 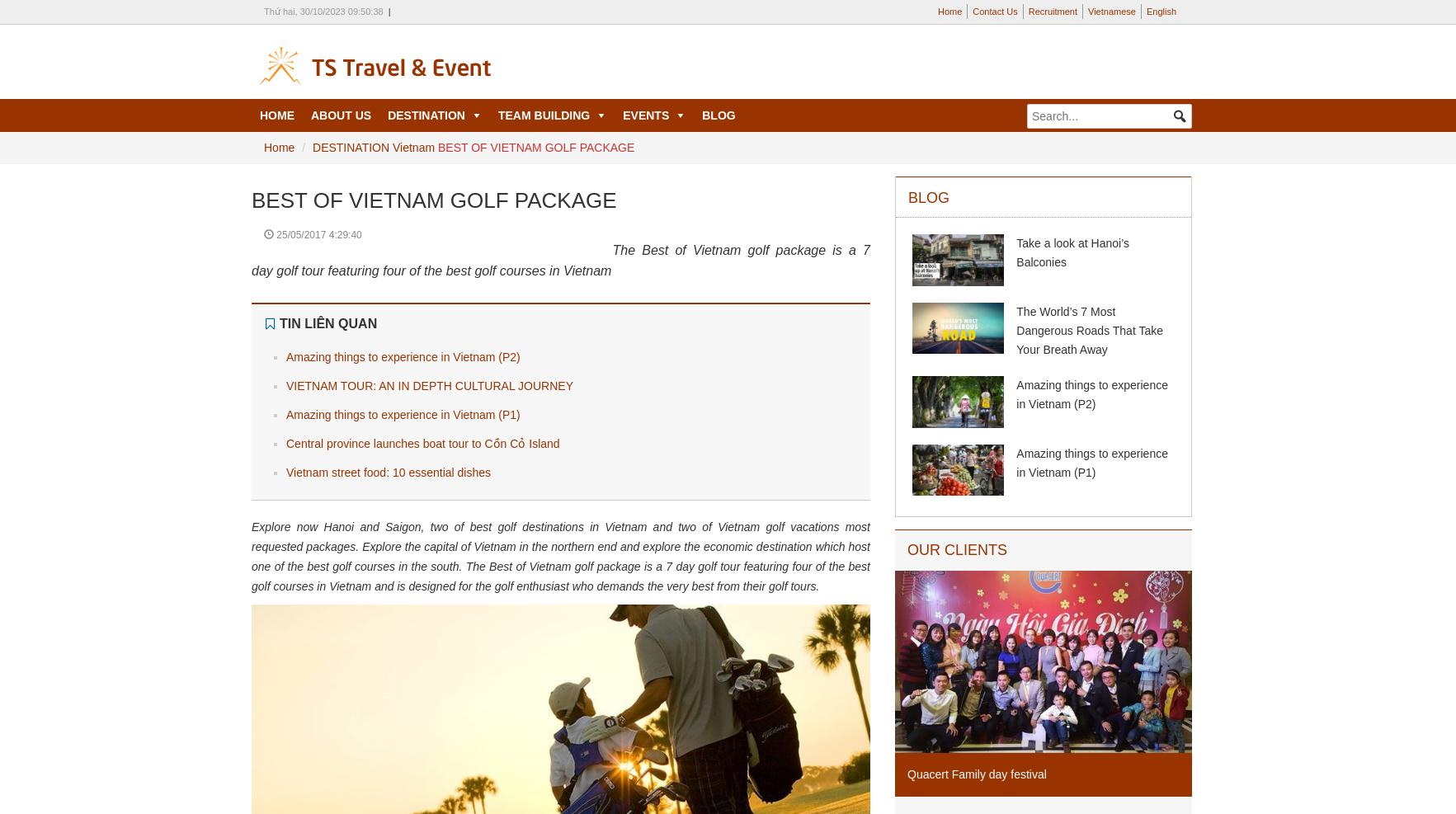 I want to click on 'Central province launches boat tour to Cồn Cỏ Island', so click(x=422, y=444).